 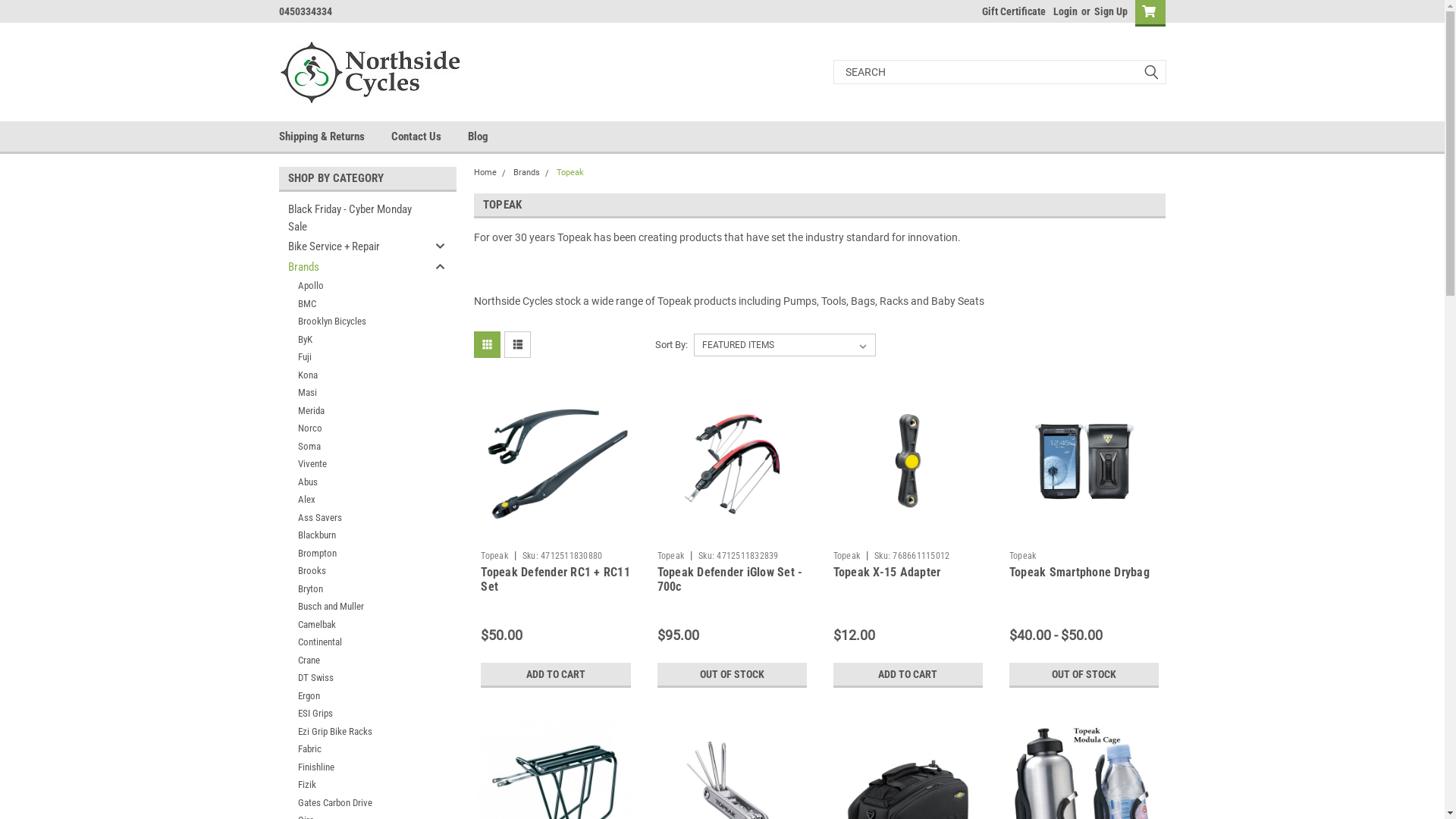 What do you see at coordinates (353, 516) in the screenshot?
I see `'Ass Savers'` at bounding box center [353, 516].